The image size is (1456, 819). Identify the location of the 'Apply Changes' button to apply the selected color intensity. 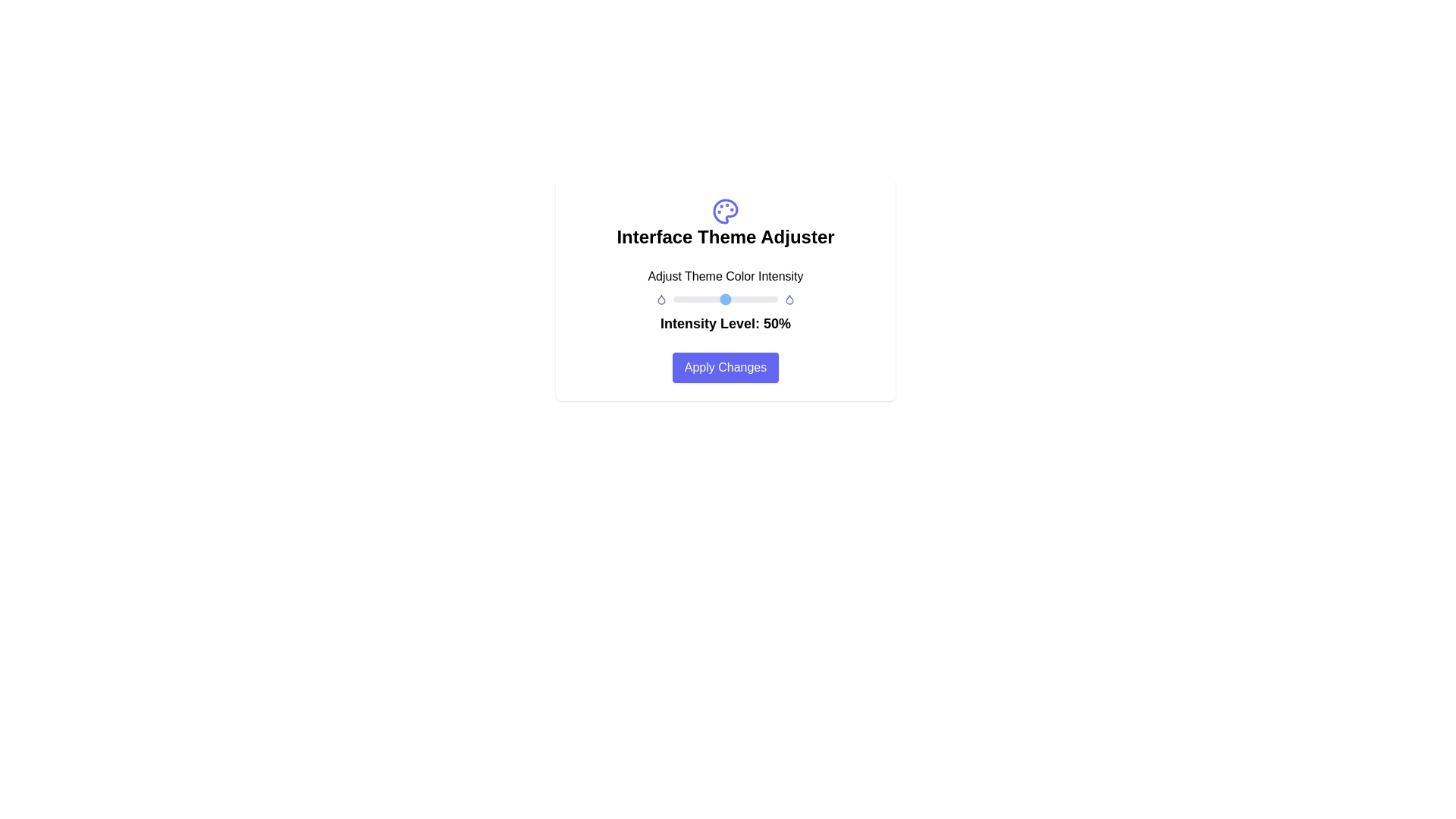
(724, 368).